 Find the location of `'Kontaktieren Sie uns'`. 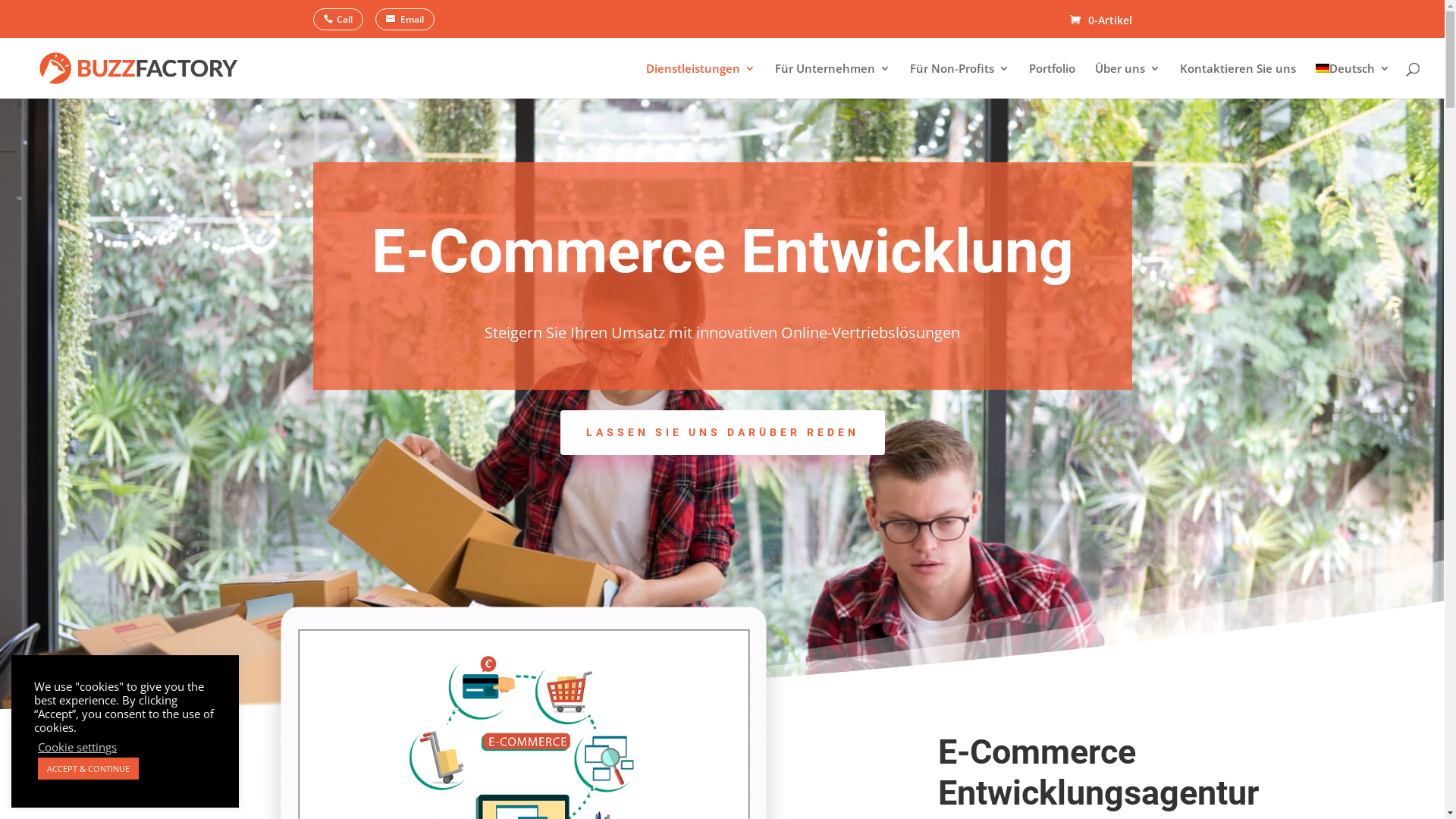

'Kontaktieren Sie uns' is located at coordinates (1238, 80).